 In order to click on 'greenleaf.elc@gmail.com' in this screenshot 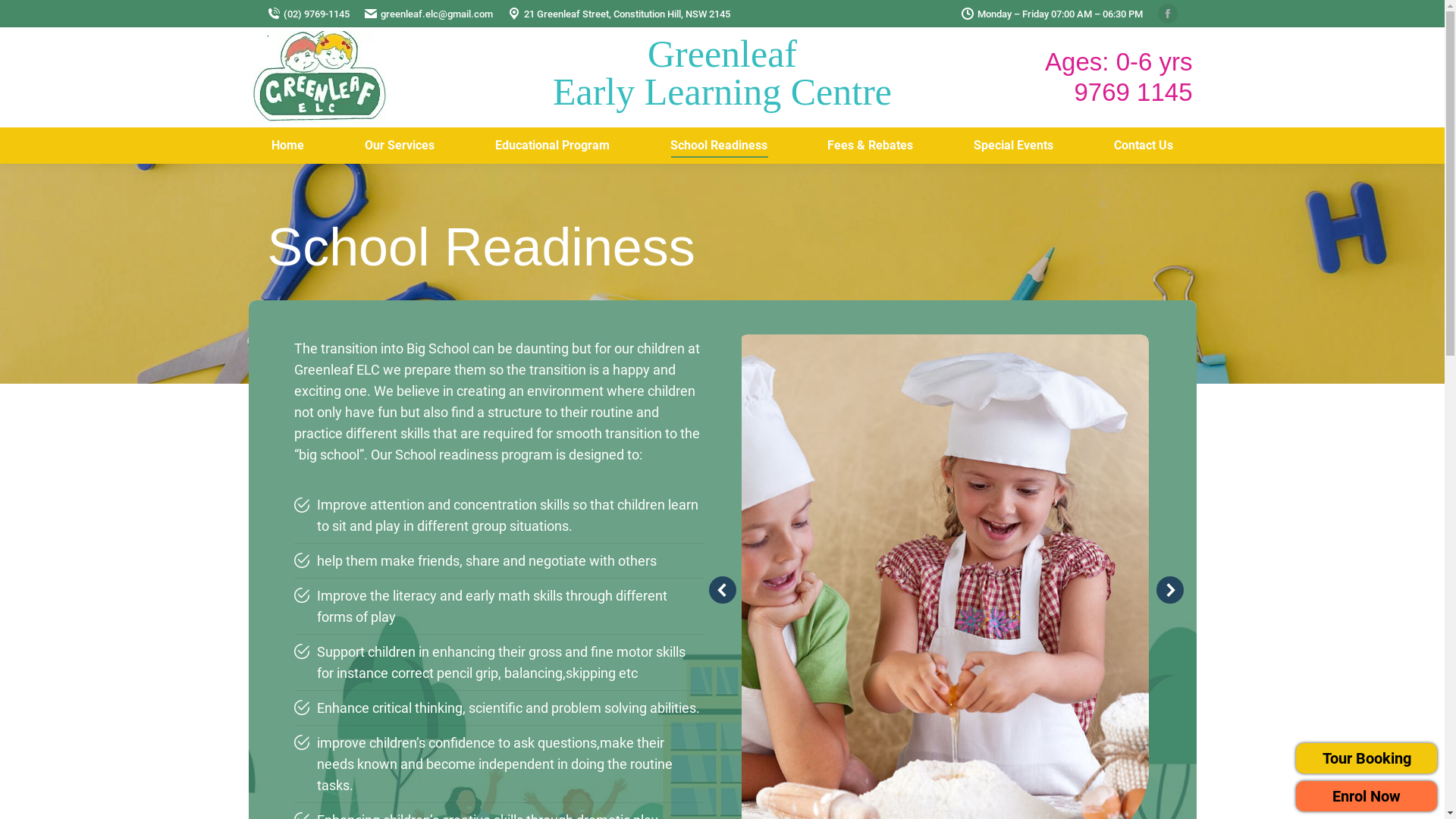, I will do `click(427, 13)`.